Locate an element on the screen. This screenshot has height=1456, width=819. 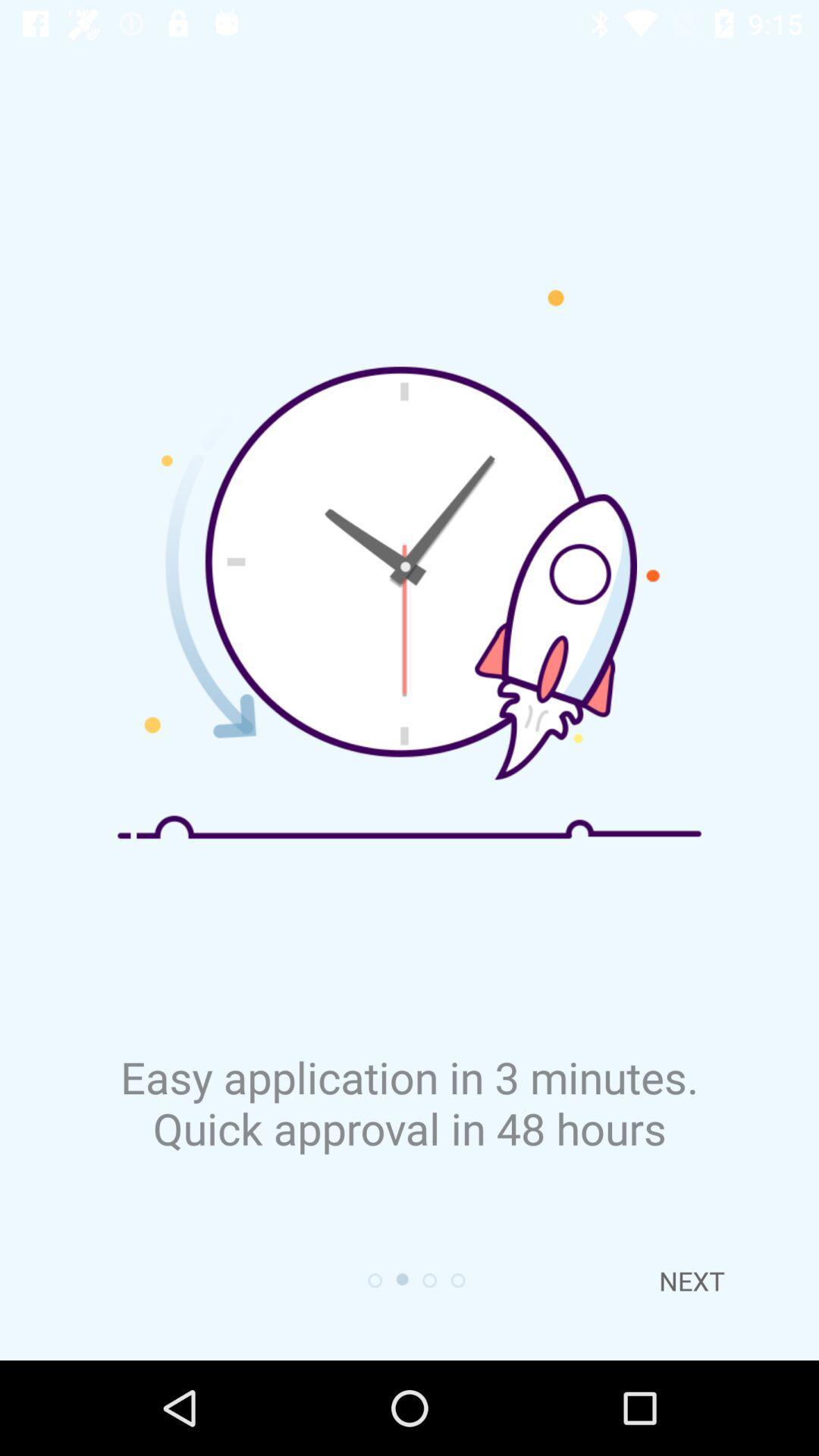
the next is located at coordinates (691, 1280).